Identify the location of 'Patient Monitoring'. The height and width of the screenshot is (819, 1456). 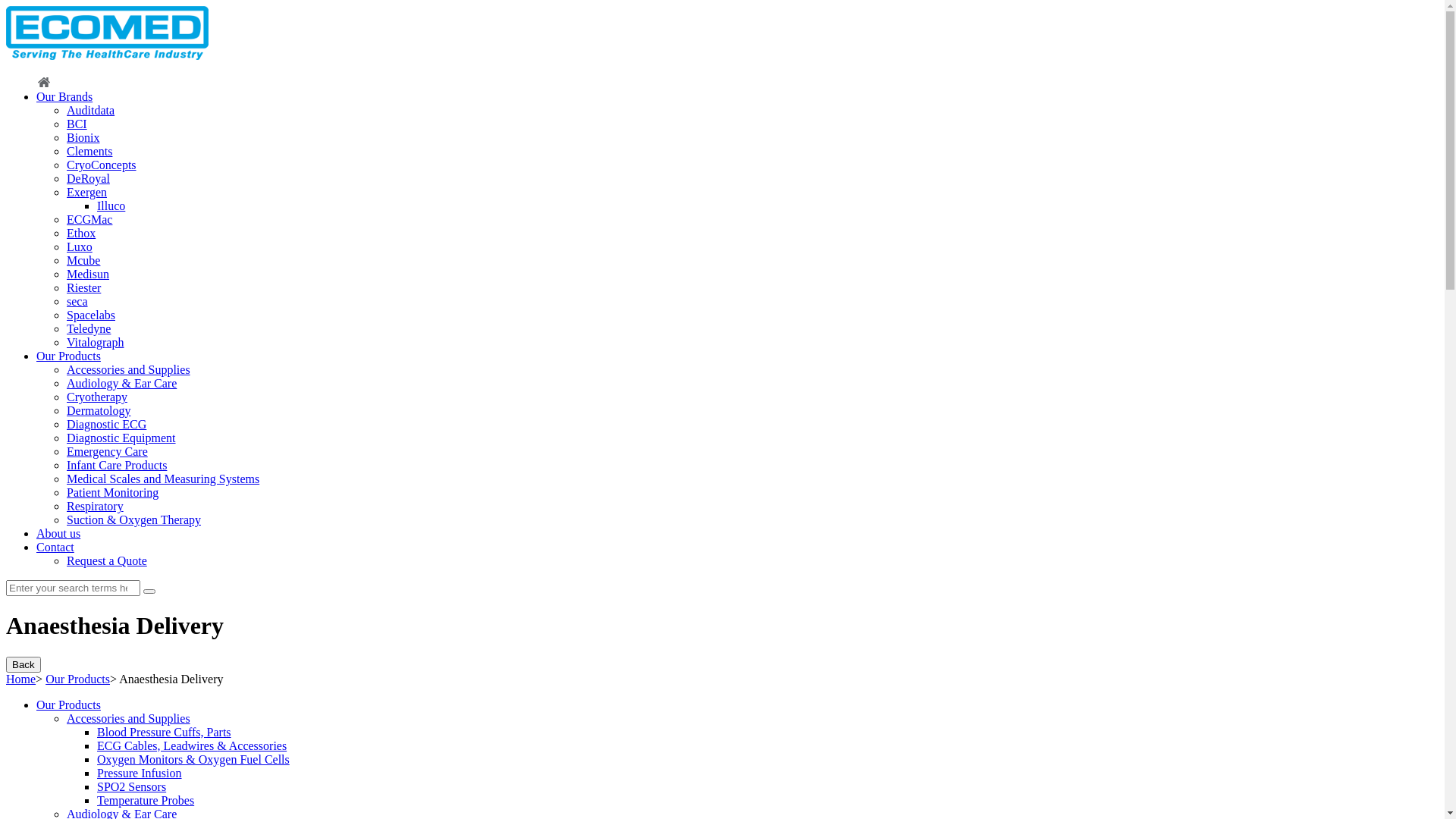
(65, 492).